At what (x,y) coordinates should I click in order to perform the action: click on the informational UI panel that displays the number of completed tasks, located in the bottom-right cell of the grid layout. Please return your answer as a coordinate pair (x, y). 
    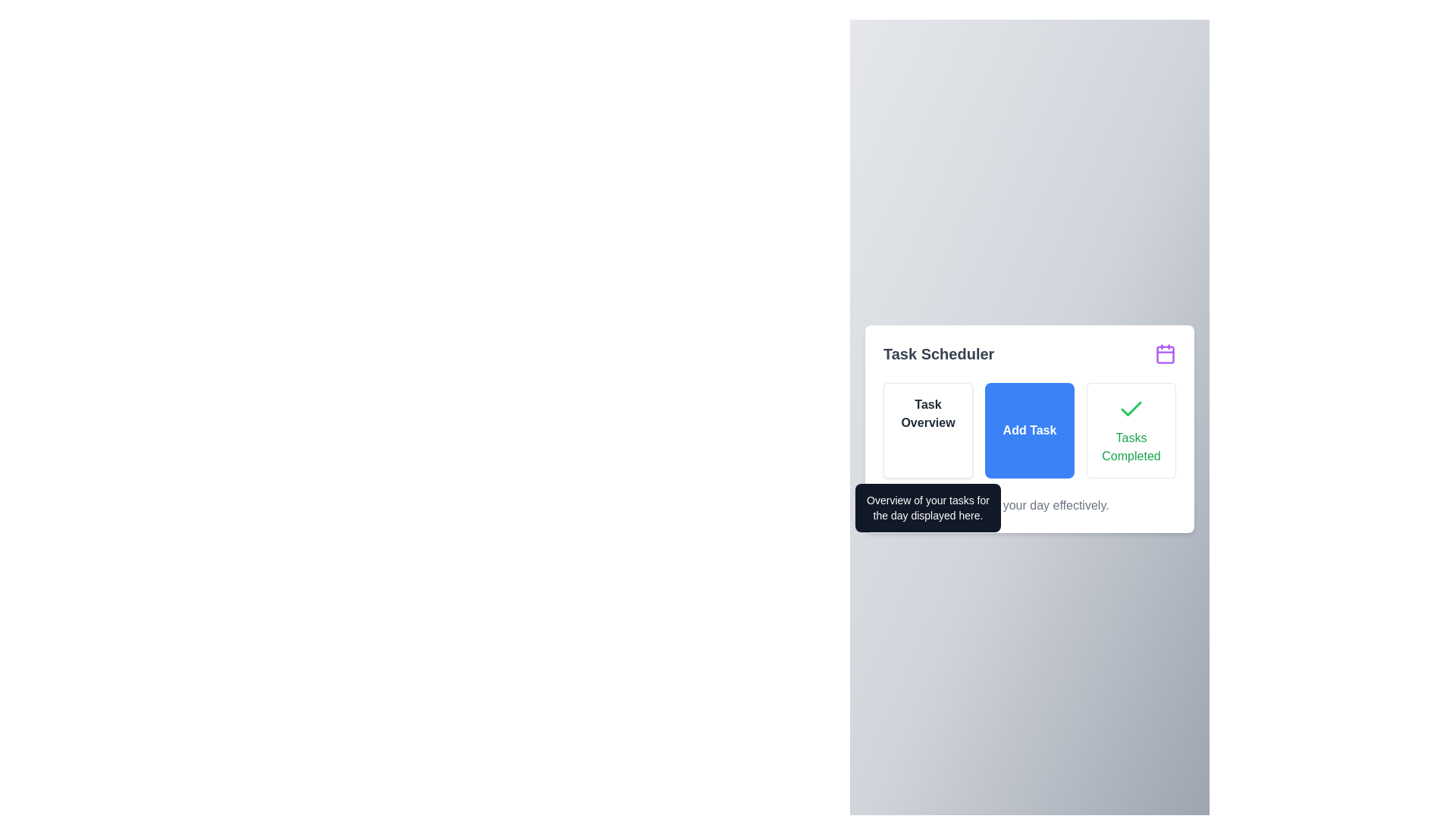
    Looking at the image, I should click on (1131, 430).